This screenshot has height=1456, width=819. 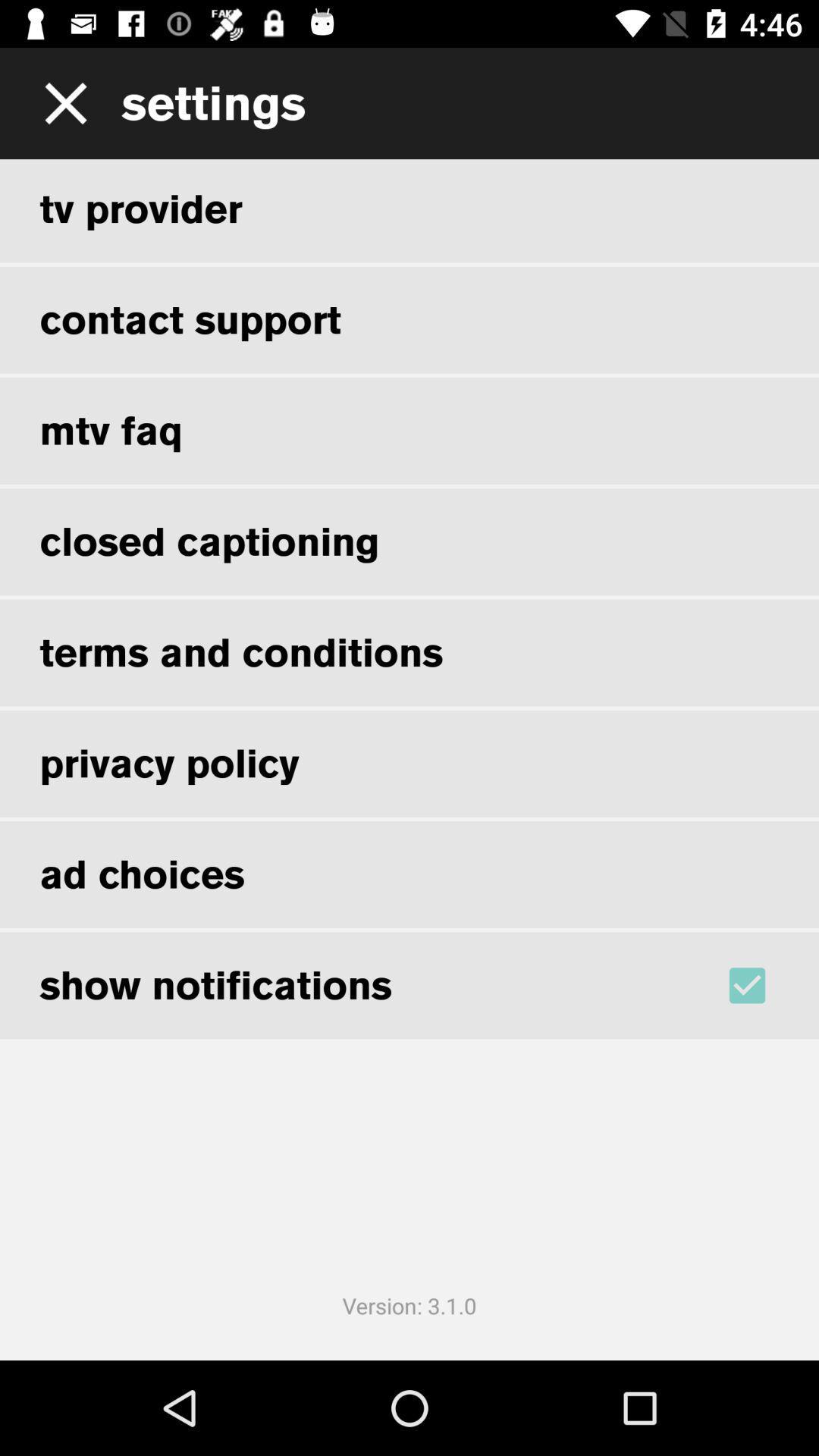 I want to click on the window, so click(x=60, y=102).